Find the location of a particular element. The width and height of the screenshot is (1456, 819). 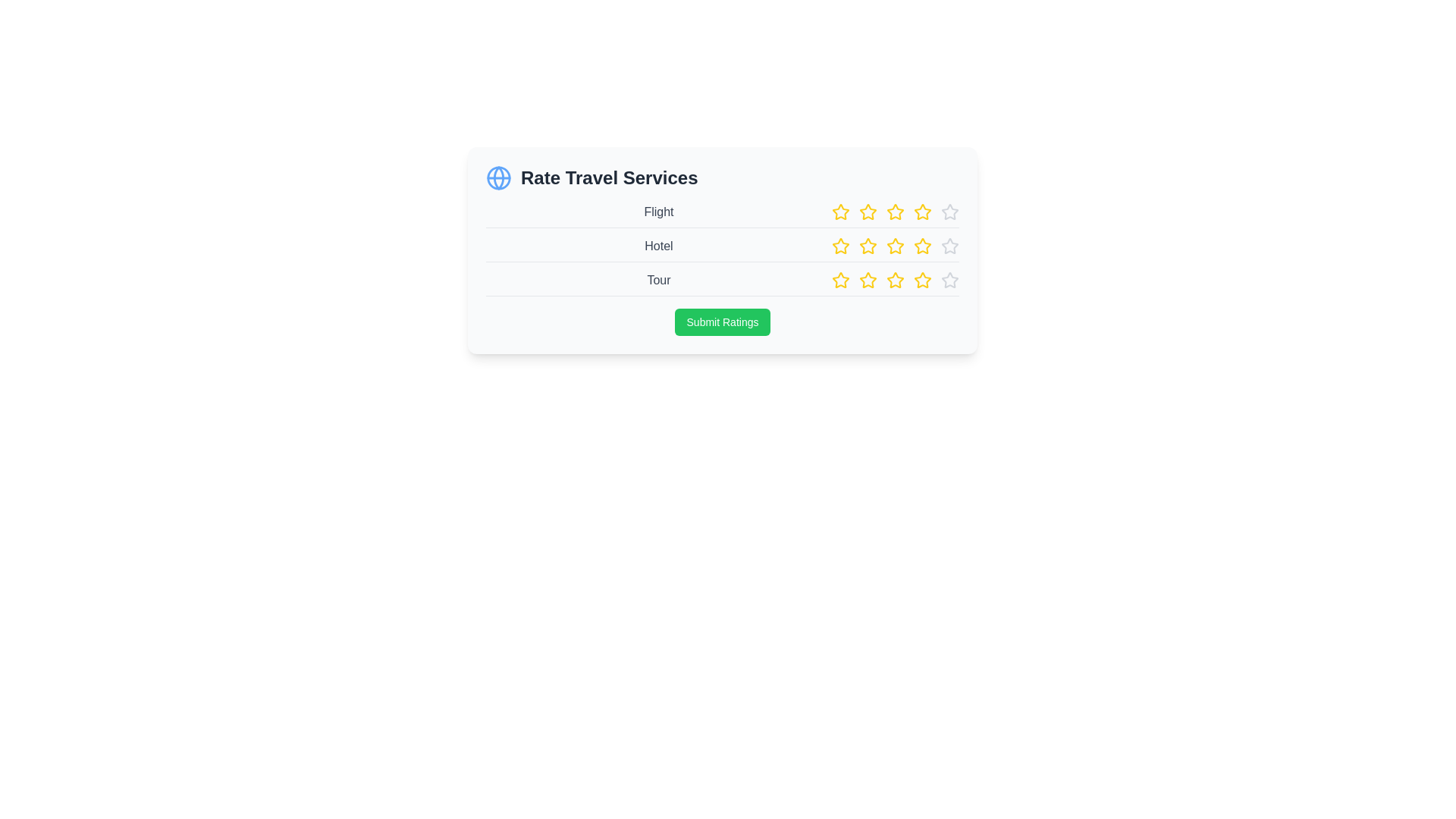

the yellow star-shaped icon in the second column of the 'Flight' rating row is located at coordinates (839, 212).